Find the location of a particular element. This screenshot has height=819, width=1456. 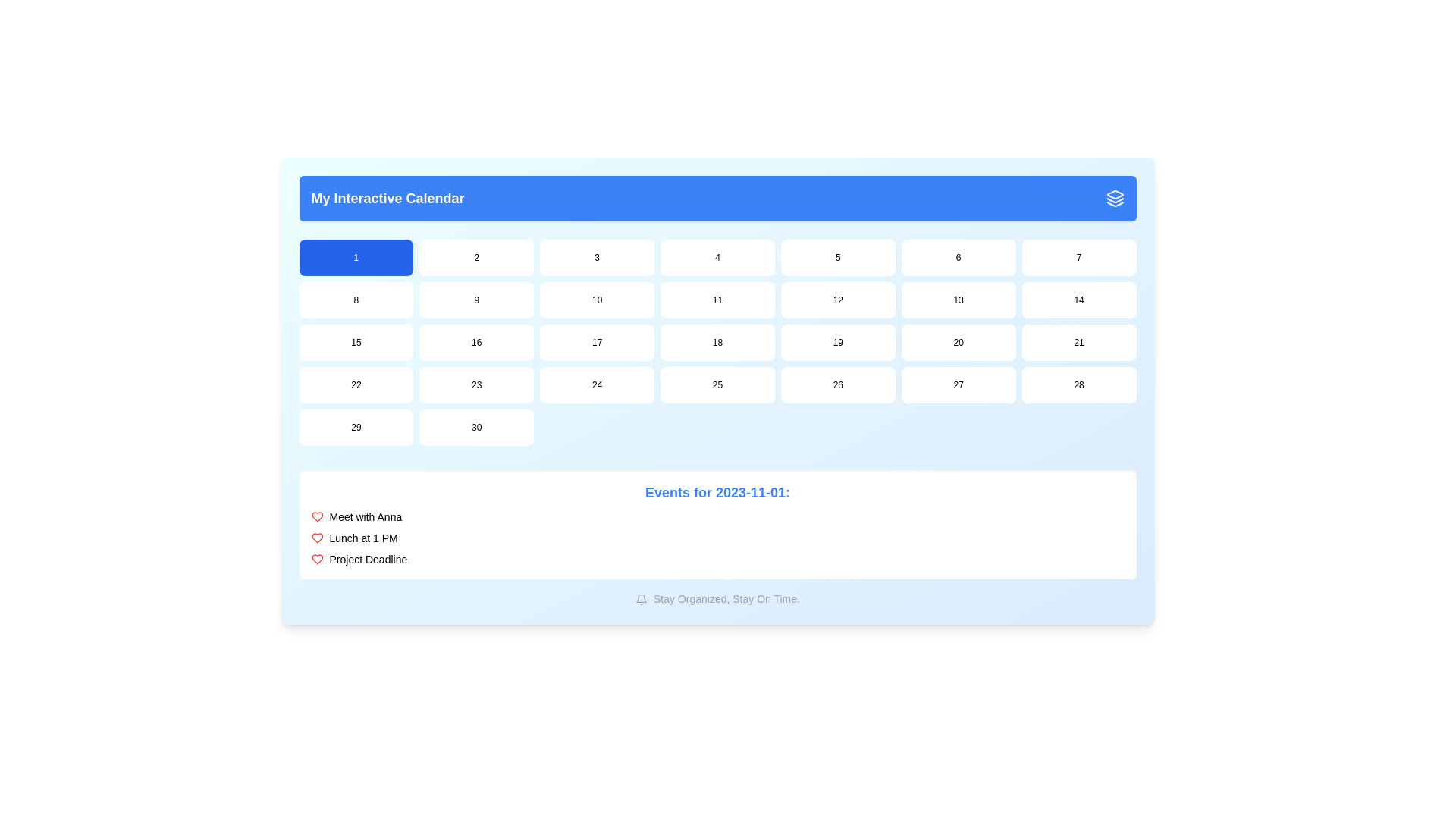

the heart icon that signifies an important calendar event, located to the left of the event description text 'Lunch at 1 PM' is located at coordinates (316, 516).